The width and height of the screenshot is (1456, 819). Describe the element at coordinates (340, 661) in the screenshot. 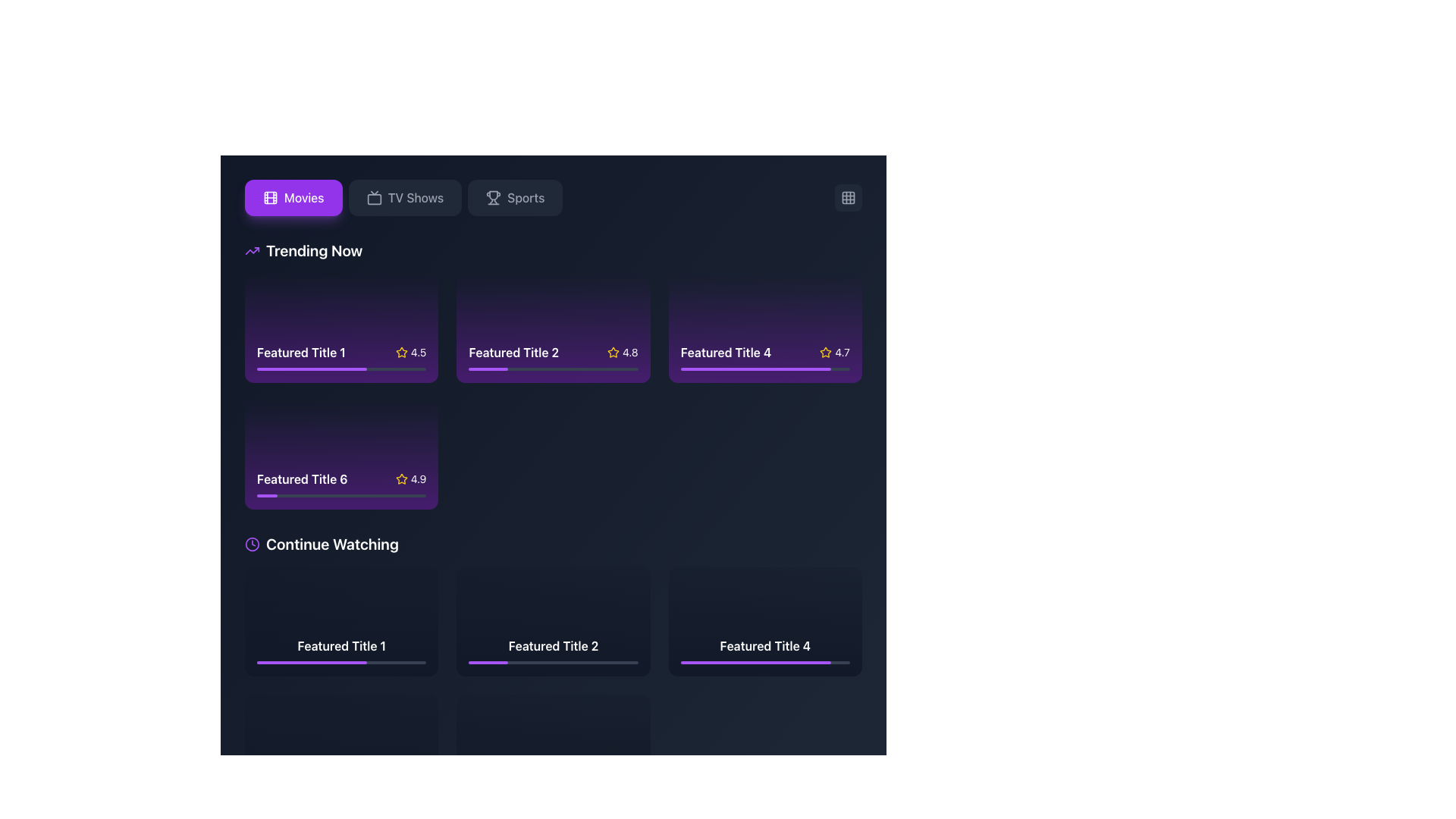

I see `the Progress Bar located beneath the 'Featured Title 1' label in the 'Continue Watching' section of the lower part of the interface` at that location.